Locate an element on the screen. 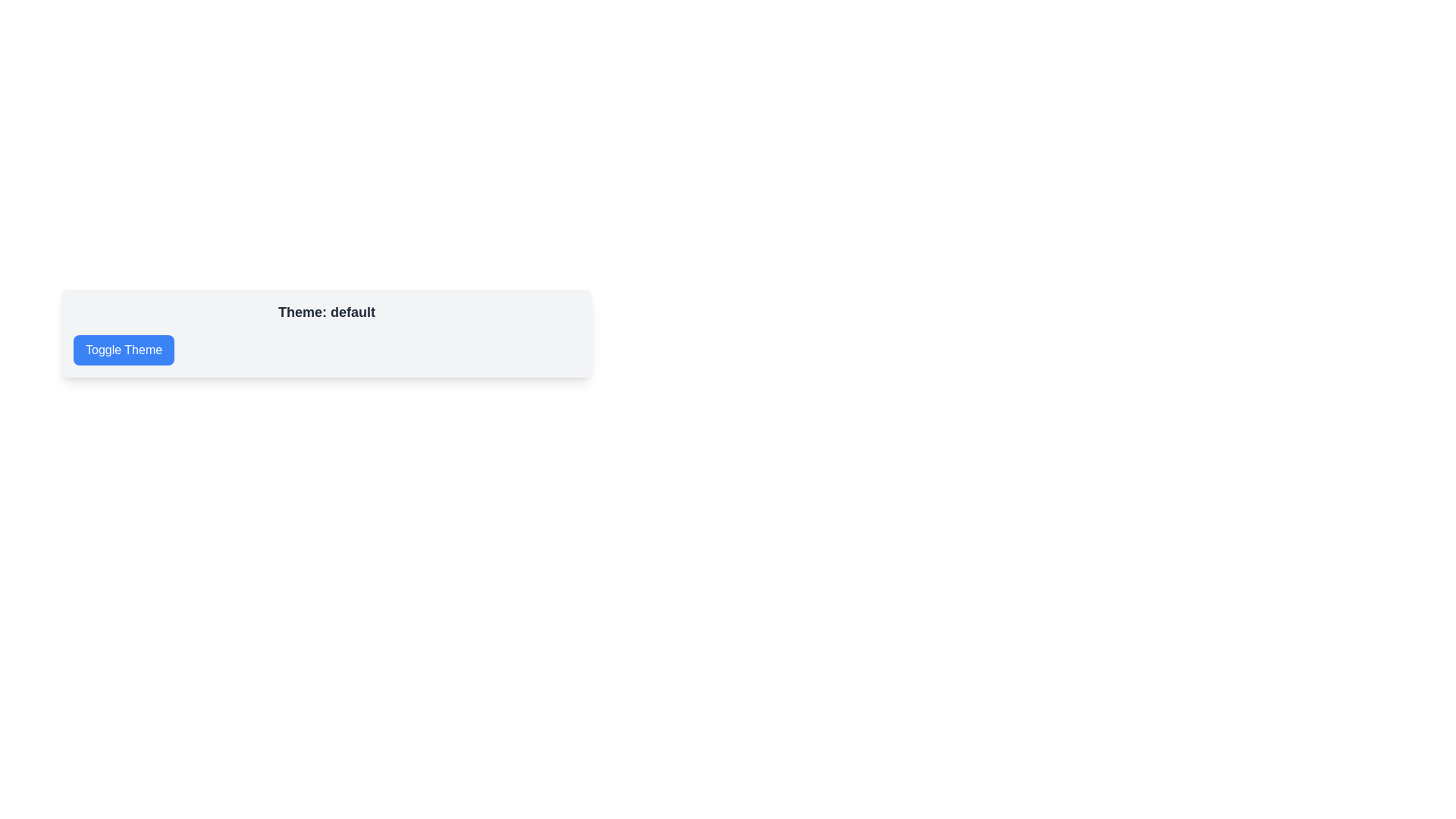 This screenshot has height=819, width=1456. the 'Toggle Theme' button, which is a rectangular button with a blue background and white text, positioned at the bottom left of the layout is located at coordinates (124, 350).